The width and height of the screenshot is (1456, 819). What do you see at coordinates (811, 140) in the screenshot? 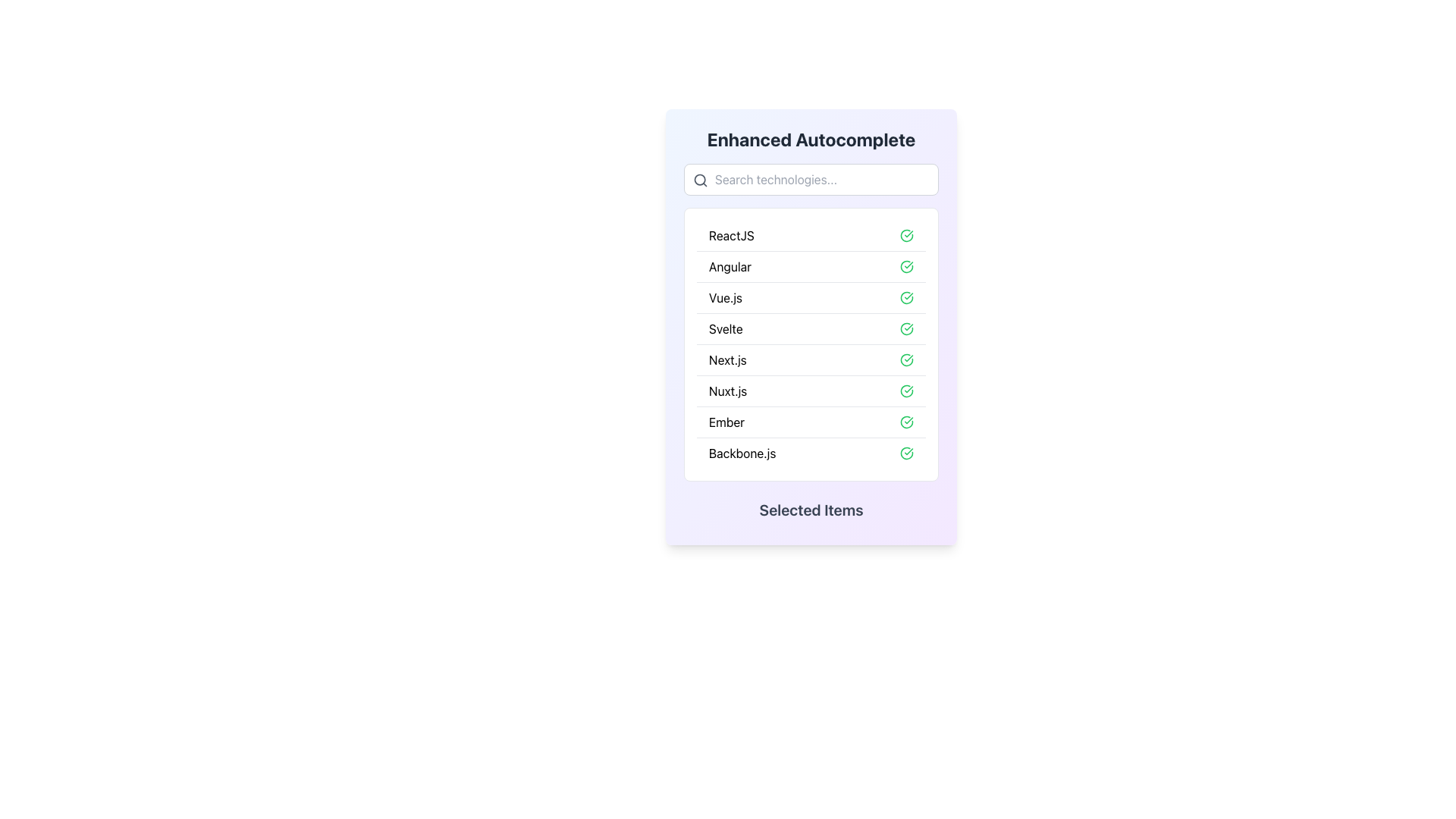
I see `'Enhanced Autocomplete' text label located at the upper center of its containing card to understand the section's purpose` at bounding box center [811, 140].